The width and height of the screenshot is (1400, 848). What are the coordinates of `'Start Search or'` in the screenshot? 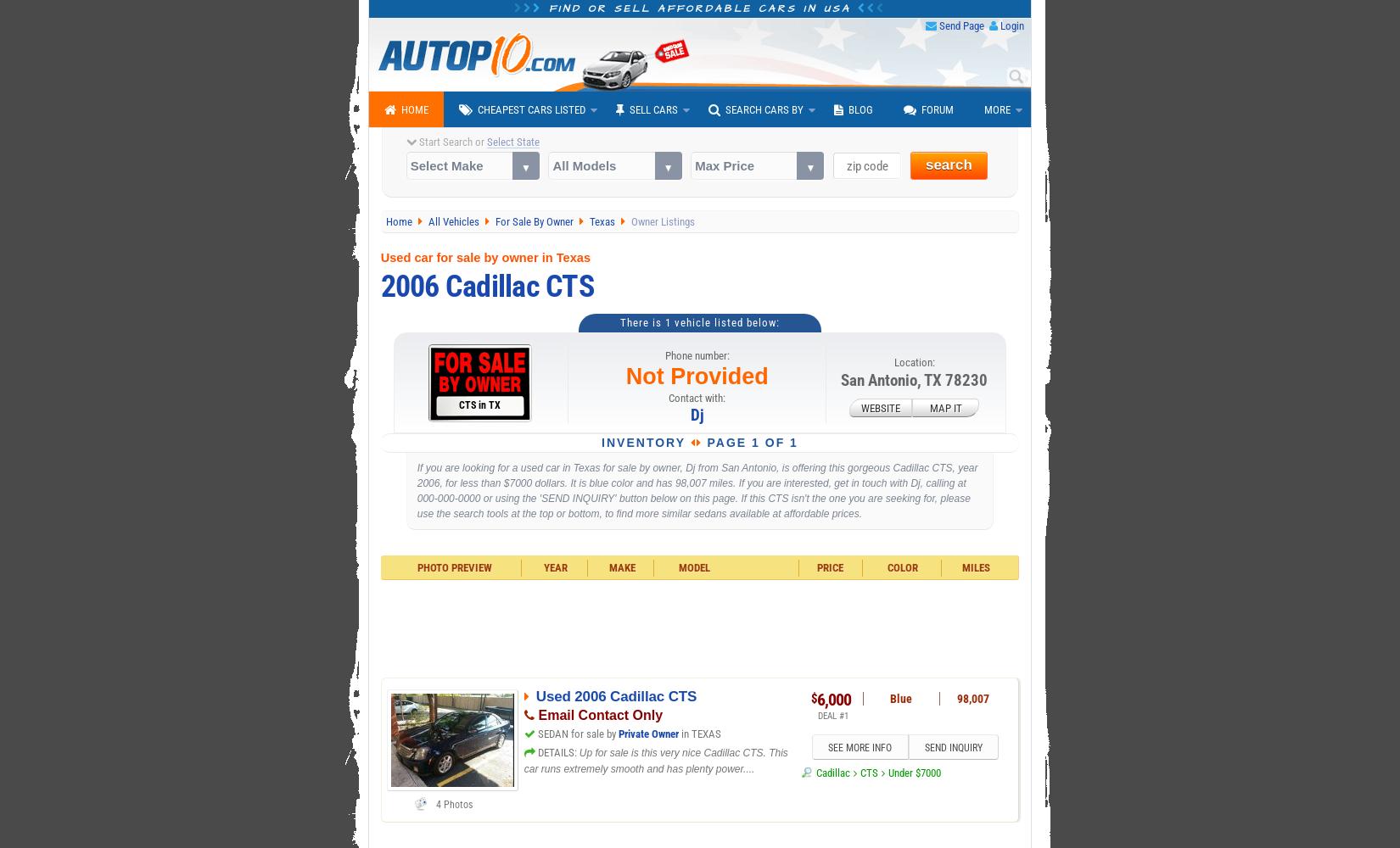 It's located at (450, 141).